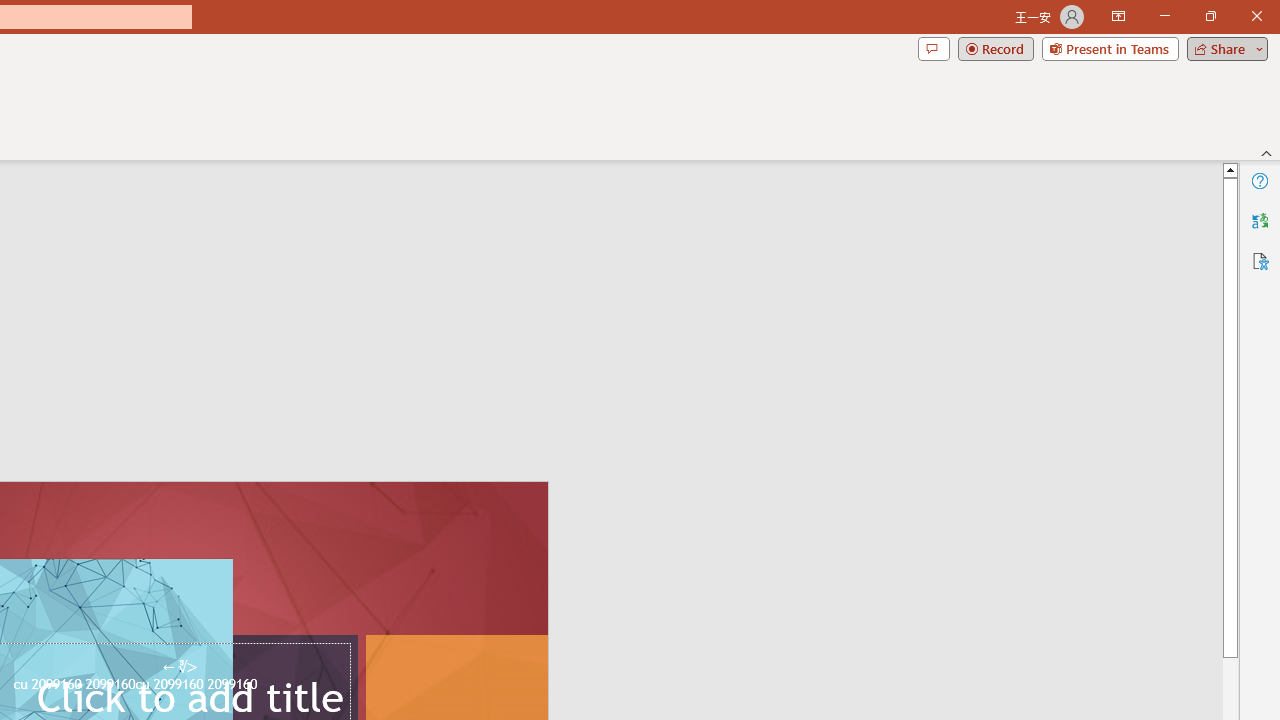  Describe the element at coordinates (186, 685) in the screenshot. I see `'TextBox 61'` at that location.